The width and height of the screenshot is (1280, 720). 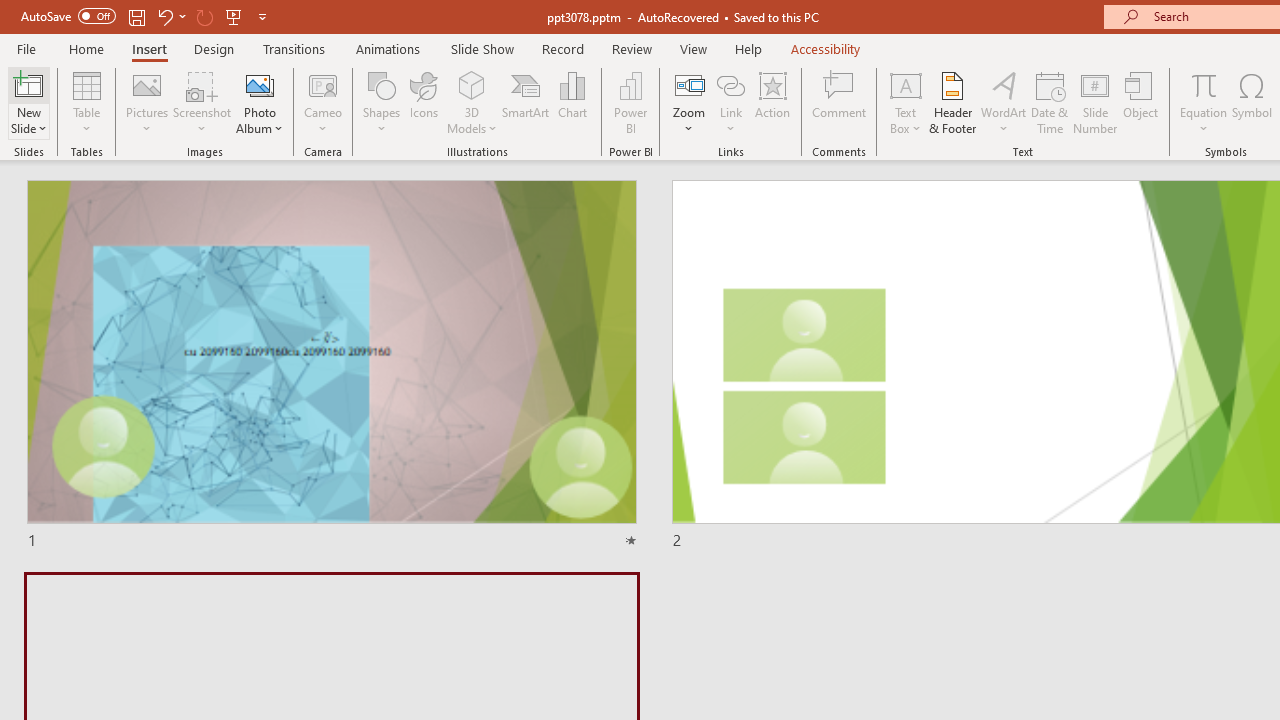 What do you see at coordinates (1004, 103) in the screenshot?
I see `'WordArt'` at bounding box center [1004, 103].